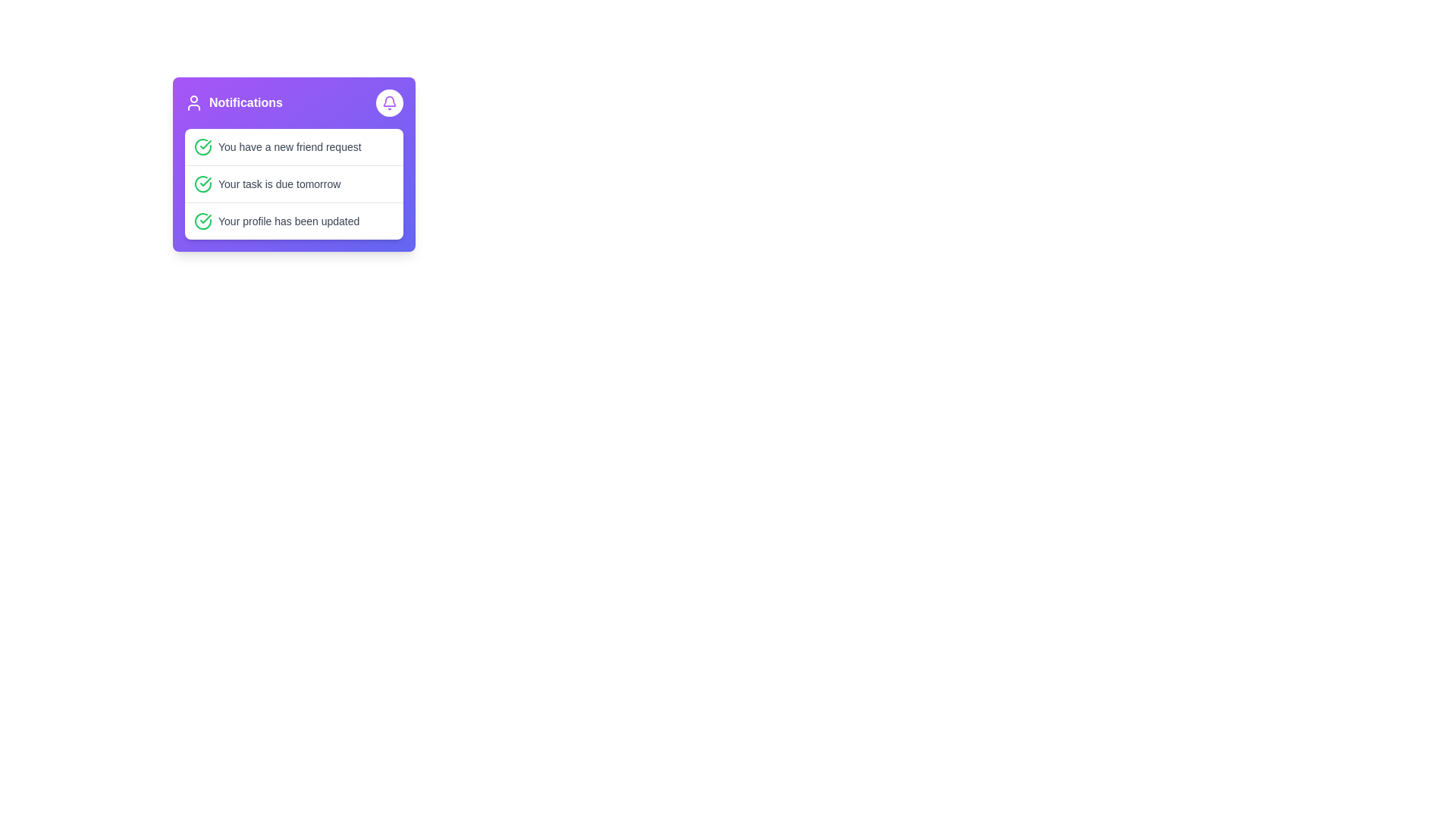 This screenshot has height=819, width=1456. Describe the element at coordinates (233, 102) in the screenshot. I see `the text label indicating that the panel is related to notifications, which is positioned in the upper-left section of the purple header area and is to the left of a bell icon` at that location.